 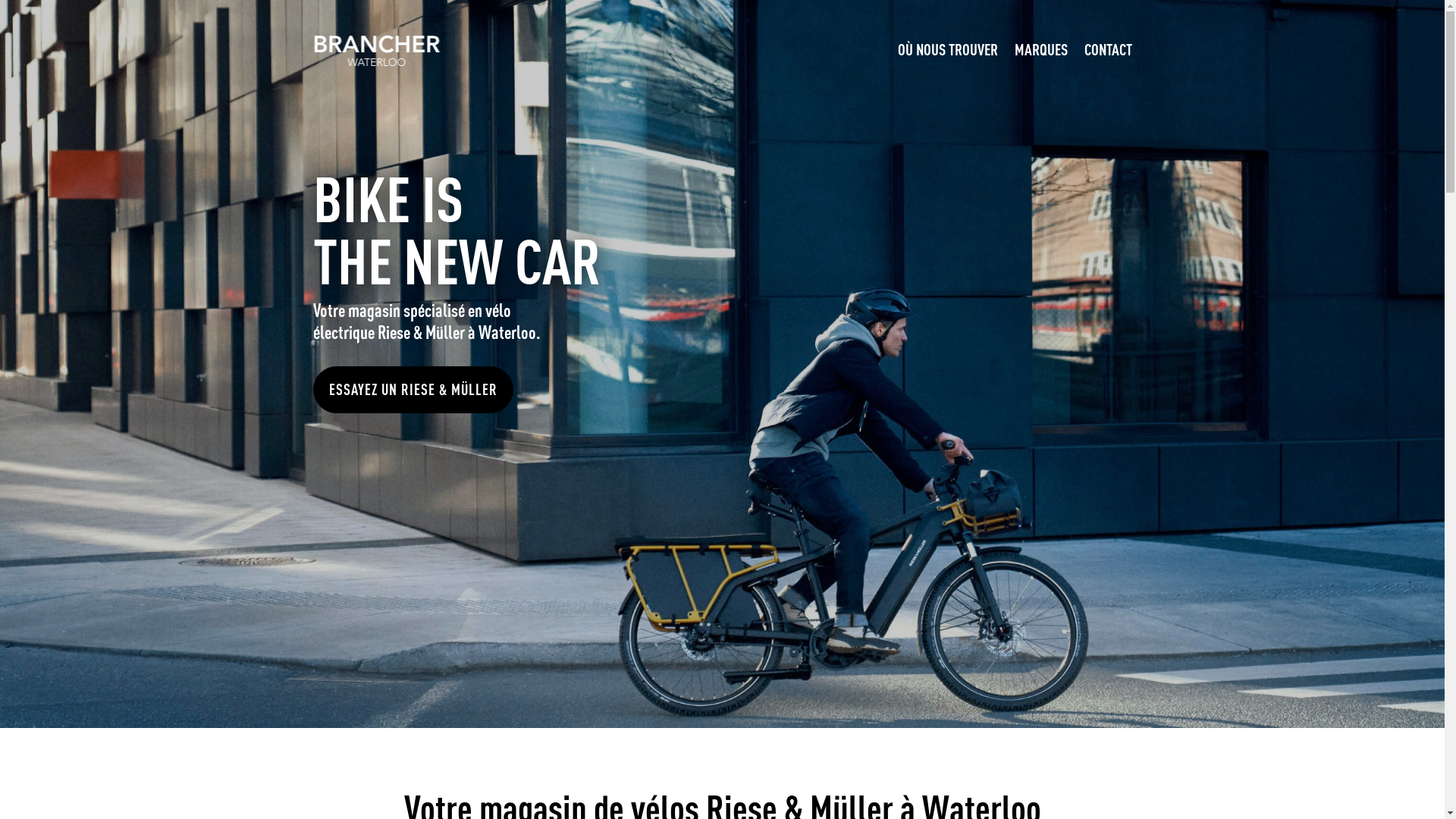 I want to click on 'CONTACT', so click(x=1084, y=49).